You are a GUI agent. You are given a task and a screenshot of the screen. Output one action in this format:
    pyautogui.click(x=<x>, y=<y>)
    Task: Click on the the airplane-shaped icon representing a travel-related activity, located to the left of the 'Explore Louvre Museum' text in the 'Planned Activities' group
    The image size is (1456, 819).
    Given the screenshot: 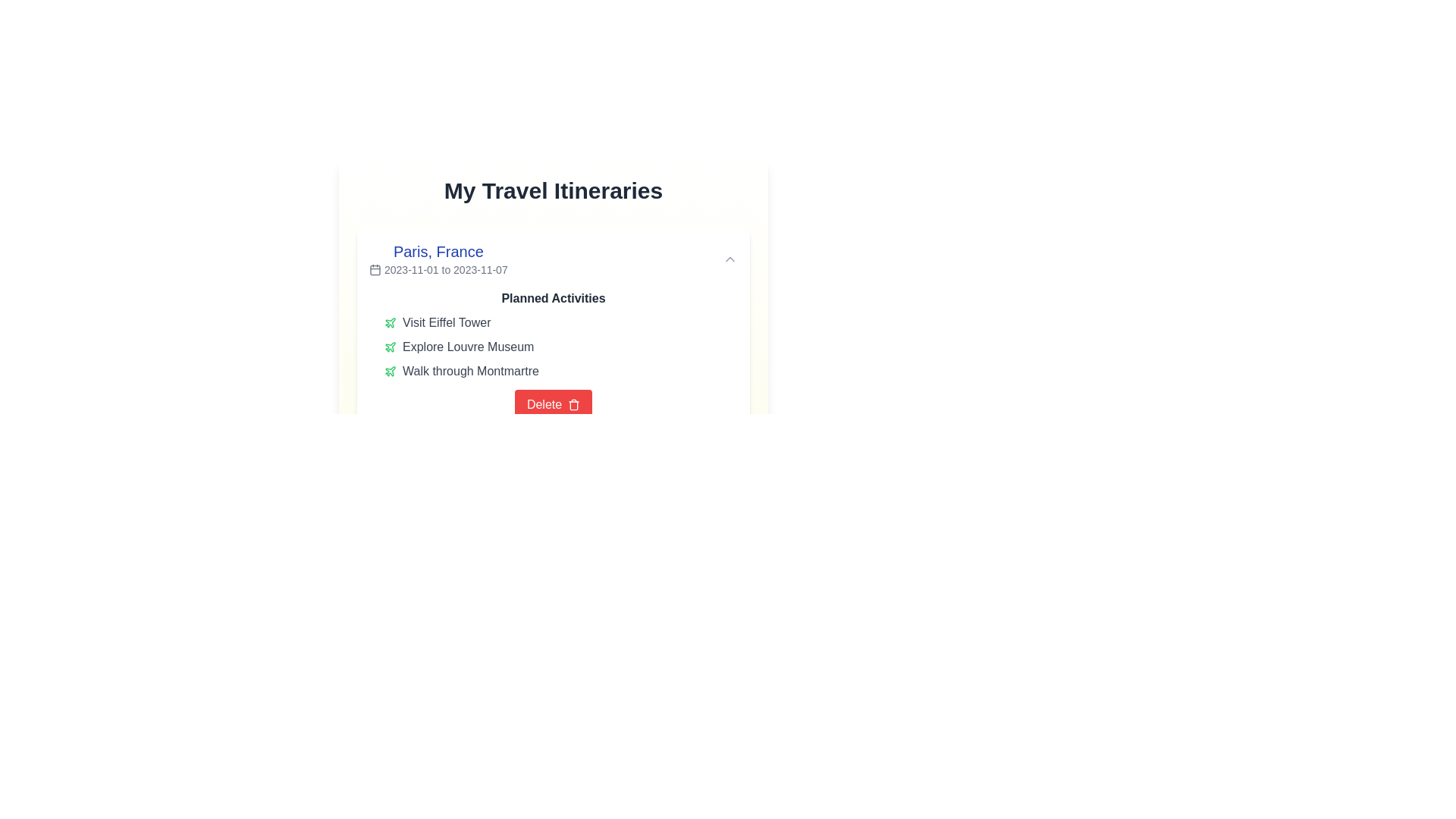 What is the action you would take?
    pyautogui.click(x=390, y=347)
    